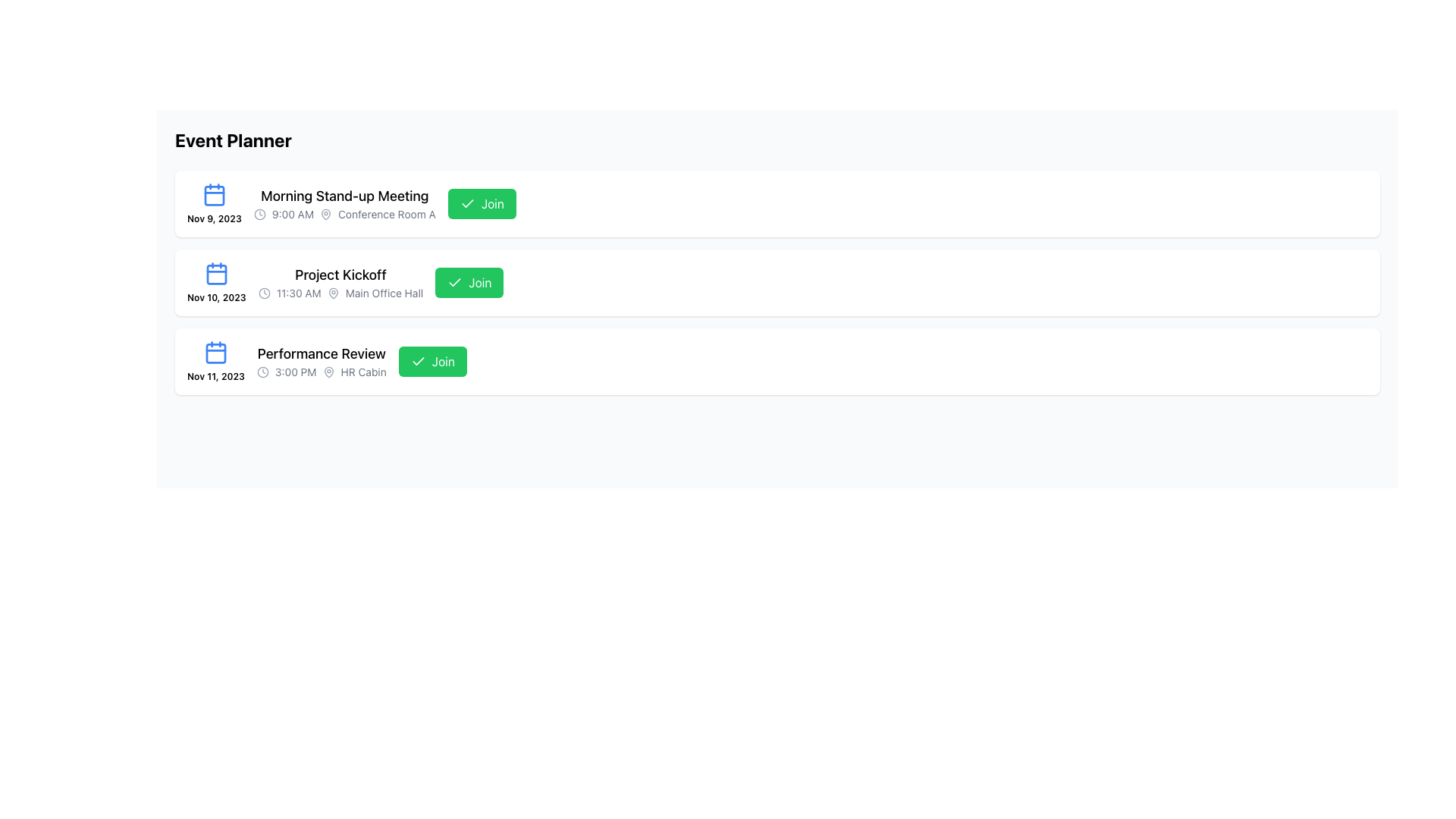  Describe the element at coordinates (264, 293) in the screenshot. I see `the small, rounded clock icon with a hollow center and outlined styling, rendered in gray, located to the left of the '11:30 AM' text in the second list item for the event 'Project Kickoff'` at that location.